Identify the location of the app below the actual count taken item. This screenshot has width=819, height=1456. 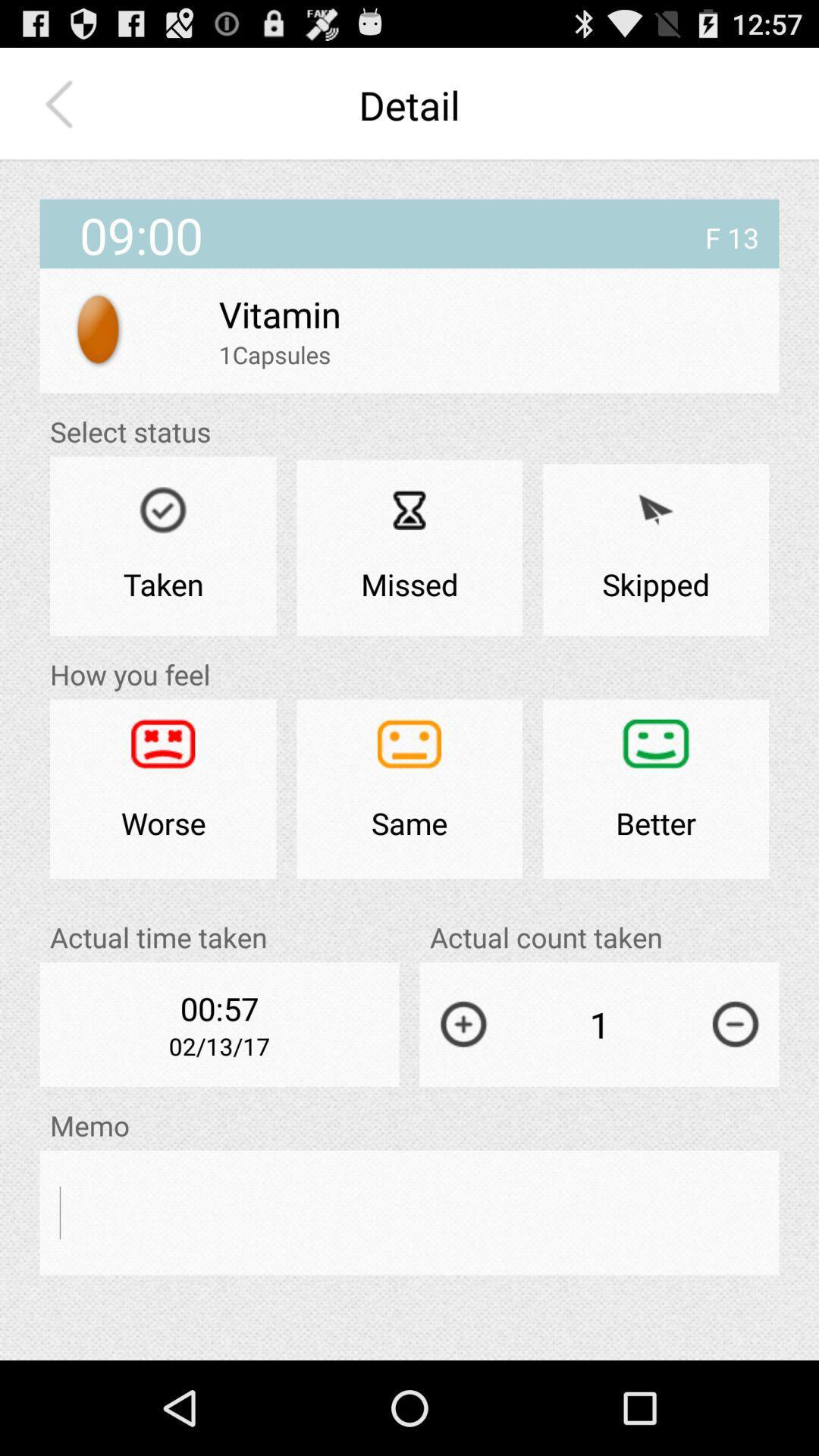
(735, 1024).